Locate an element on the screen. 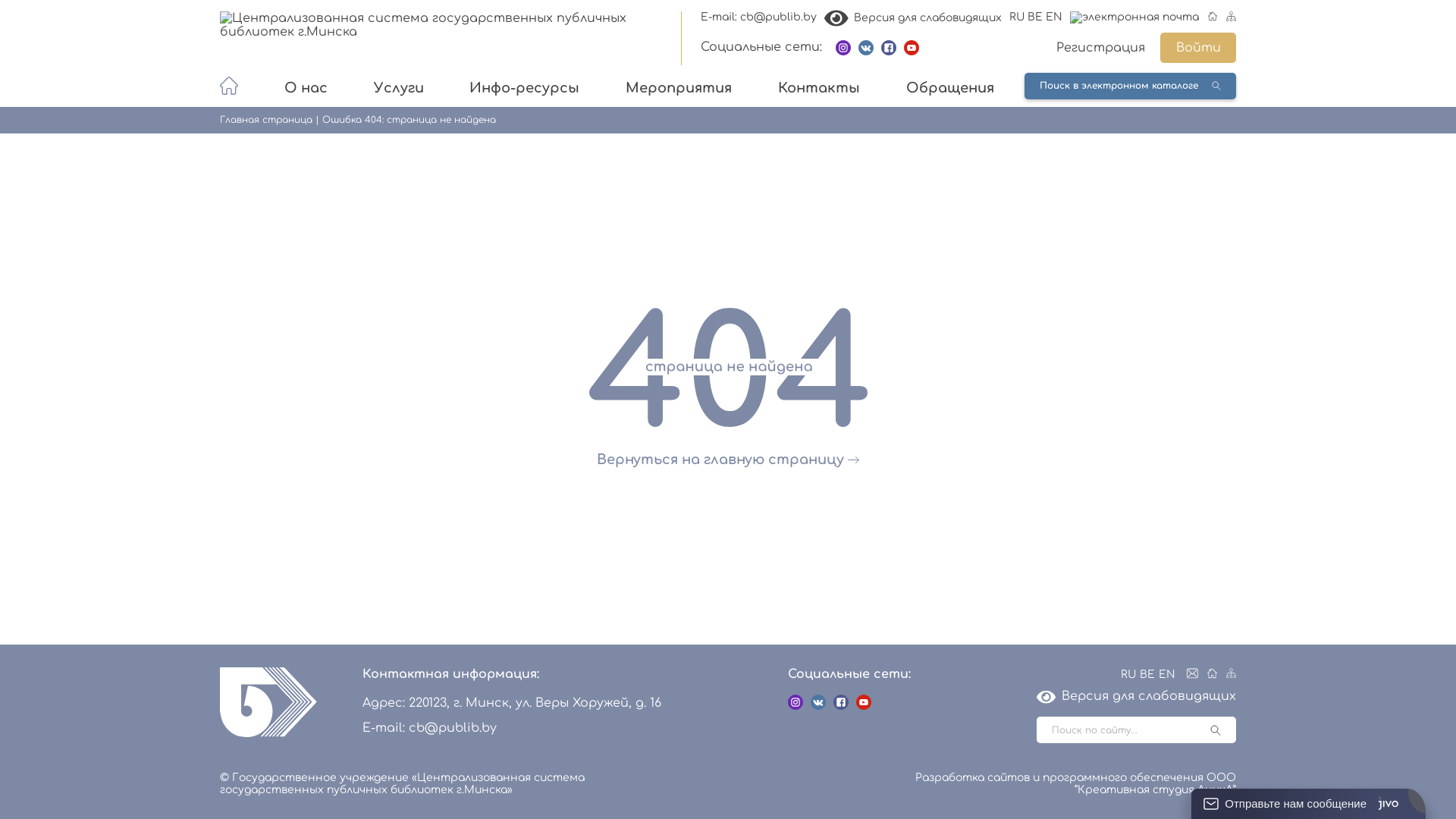  'BE' is located at coordinates (1034, 17).